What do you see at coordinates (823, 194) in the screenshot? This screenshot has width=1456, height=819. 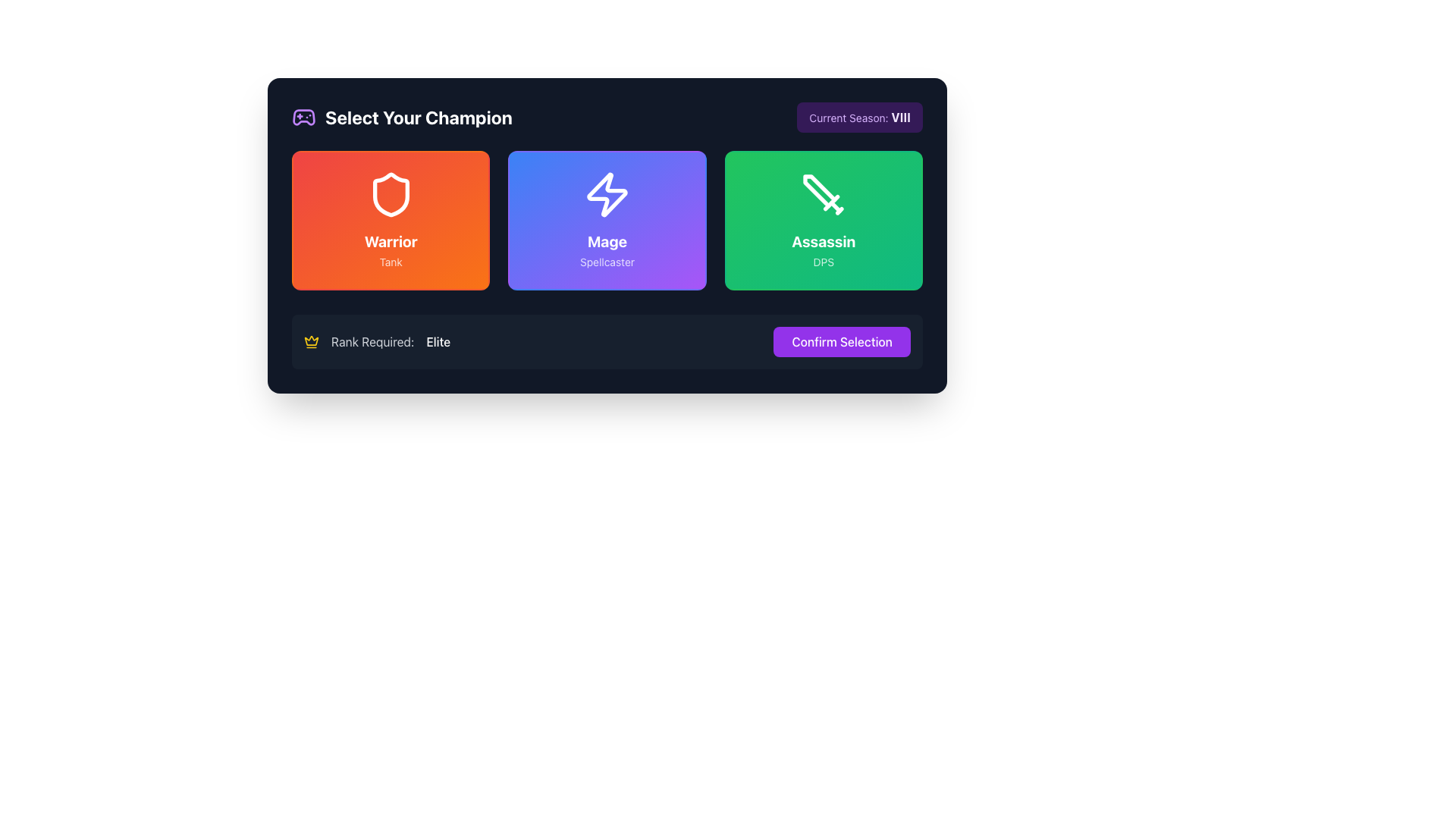 I see `the white sword icon displayed against a green rectangular background, which is associated with weapons or combat, located in the rightmost column labeled 'Assassin' and 'DPS'` at bounding box center [823, 194].